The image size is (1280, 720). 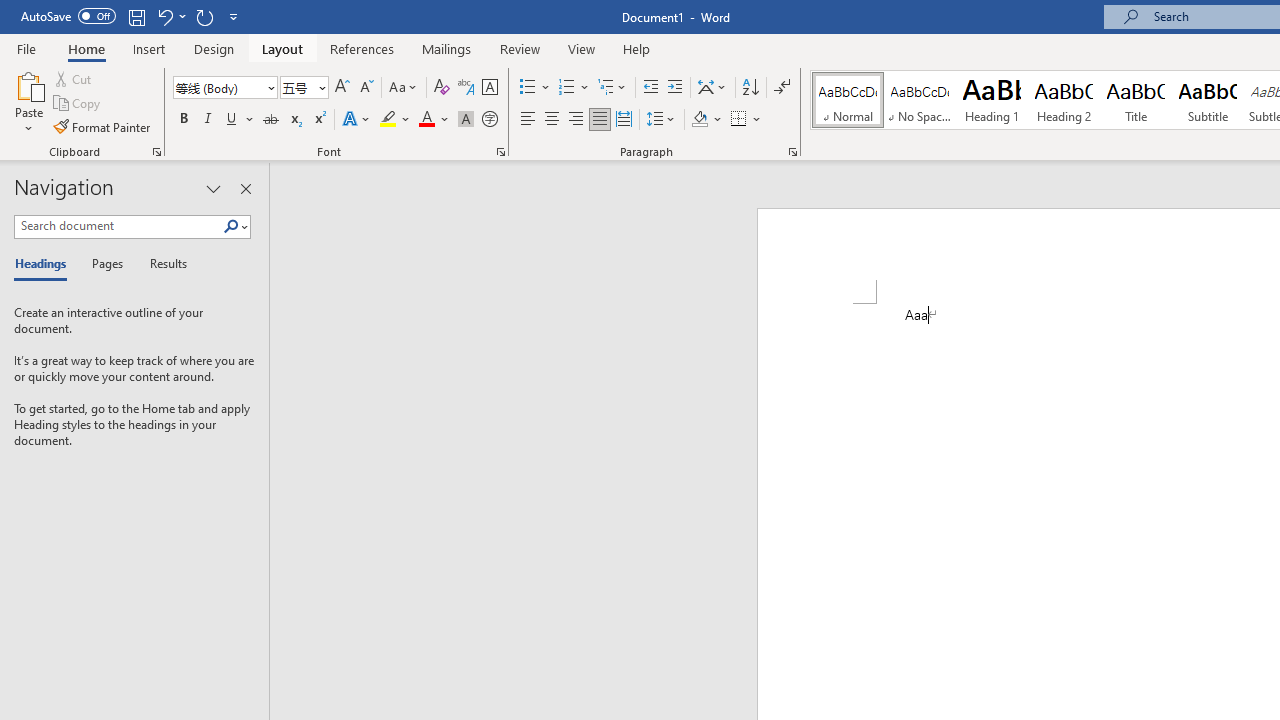 I want to click on 'Show/Hide Editing Marks', so click(x=781, y=86).